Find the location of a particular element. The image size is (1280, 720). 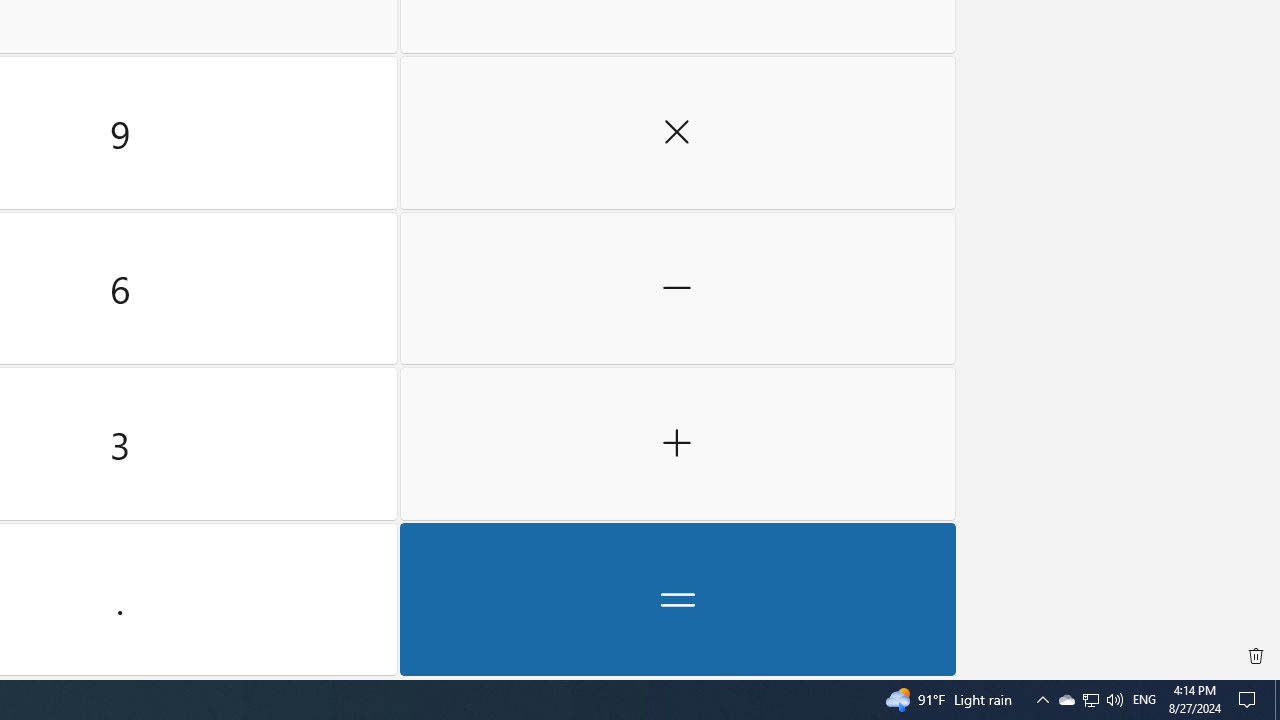

'Notification Chevron' is located at coordinates (1041, 698).